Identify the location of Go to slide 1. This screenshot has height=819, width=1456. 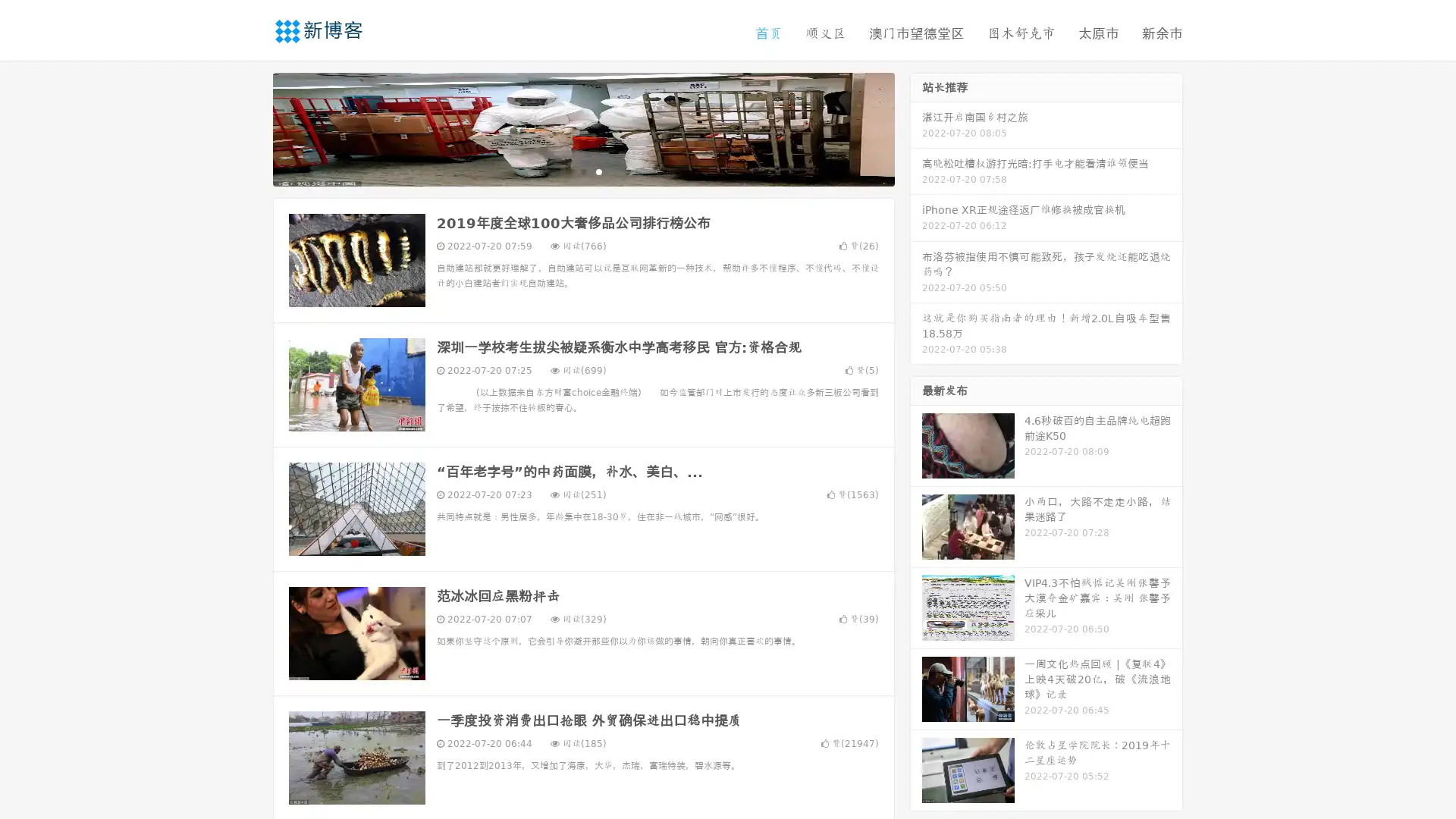
(567, 171).